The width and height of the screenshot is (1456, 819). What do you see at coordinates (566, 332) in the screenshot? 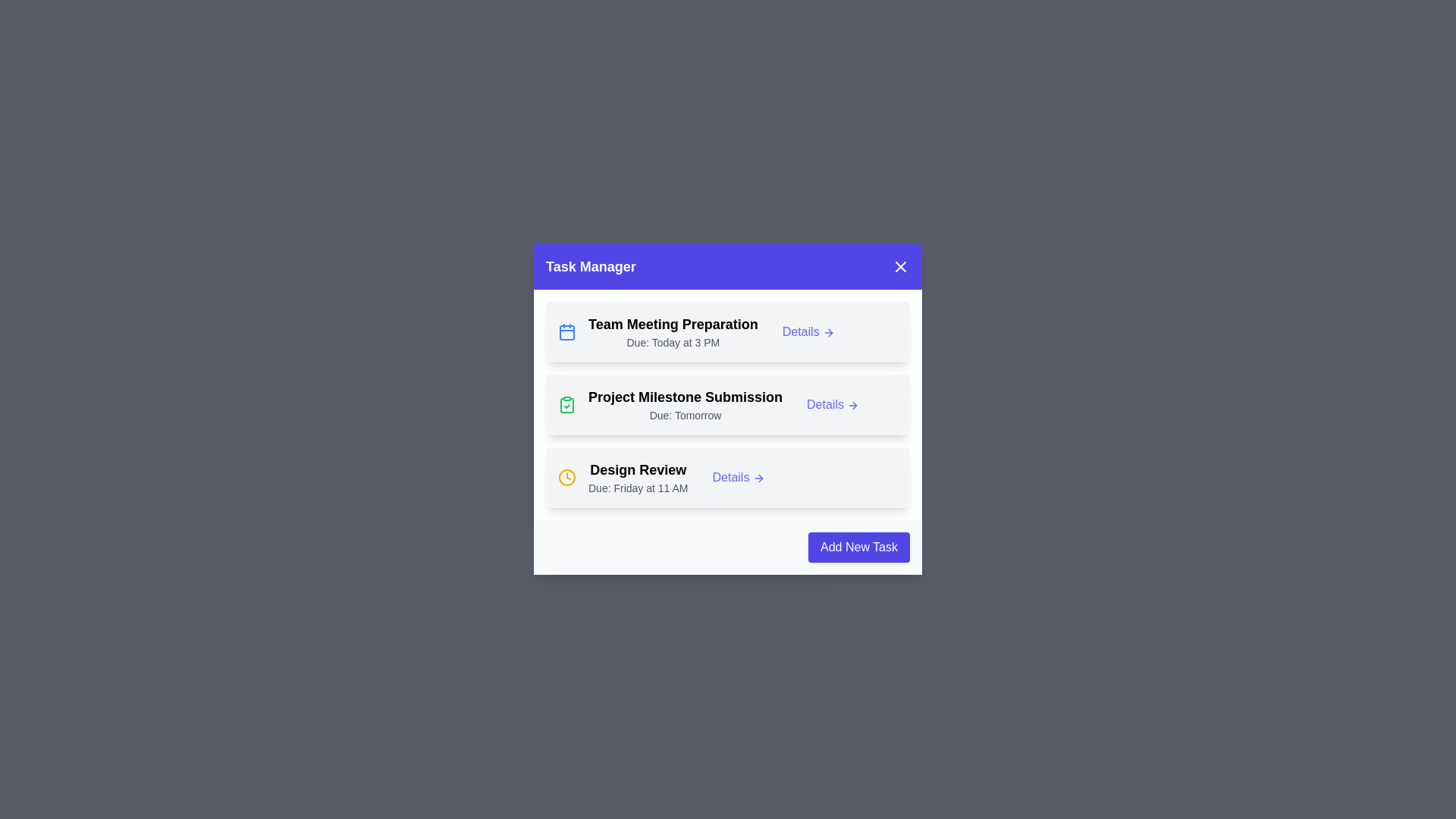
I see `the small rectangle with rounded corners inside the calendar icon, which has blue outlines and a white fill` at bounding box center [566, 332].